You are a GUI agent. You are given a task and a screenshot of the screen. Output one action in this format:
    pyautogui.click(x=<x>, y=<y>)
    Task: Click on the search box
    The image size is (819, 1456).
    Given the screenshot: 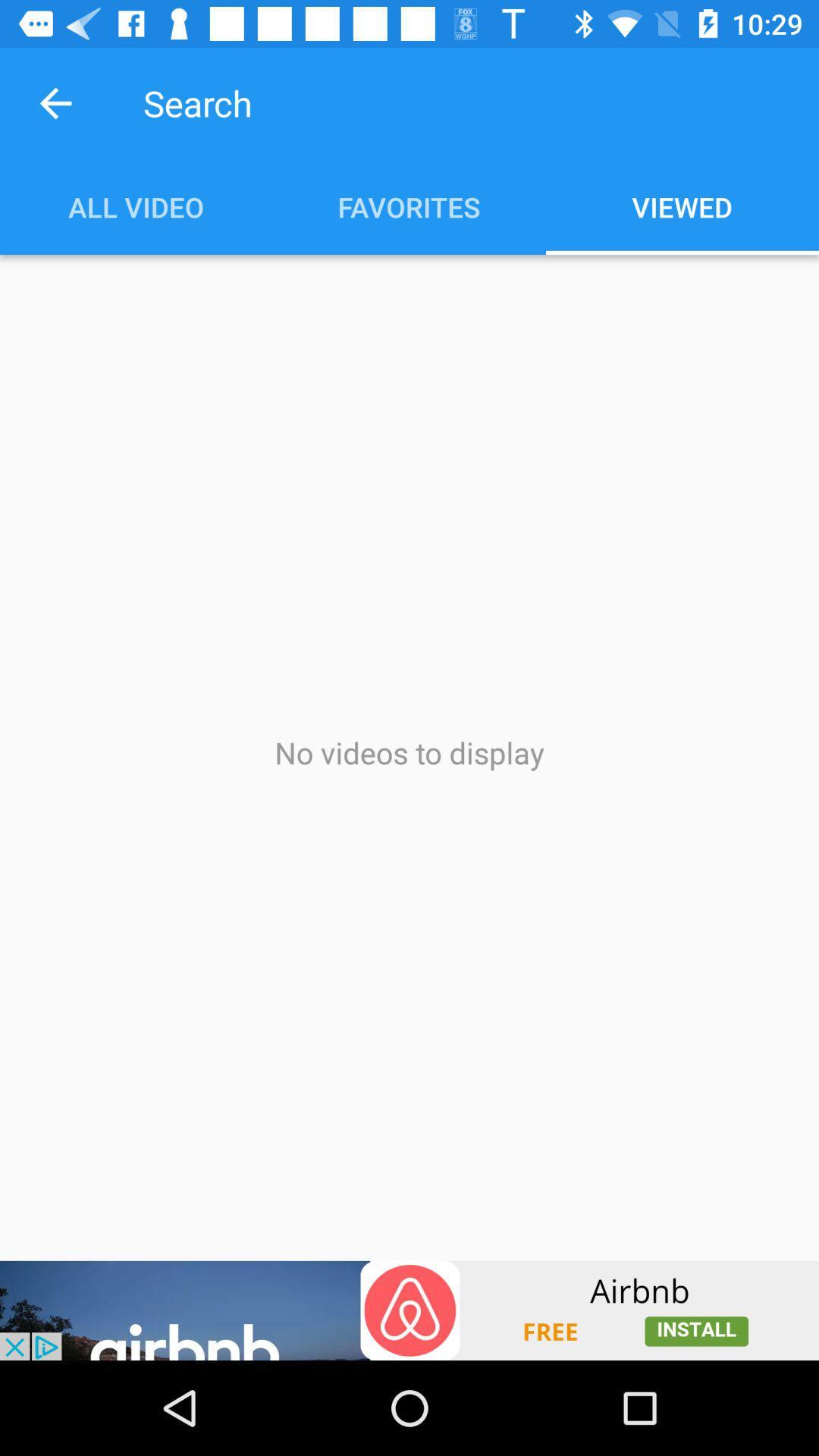 What is the action you would take?
    pyautogui.click(x=430, y=102)
    